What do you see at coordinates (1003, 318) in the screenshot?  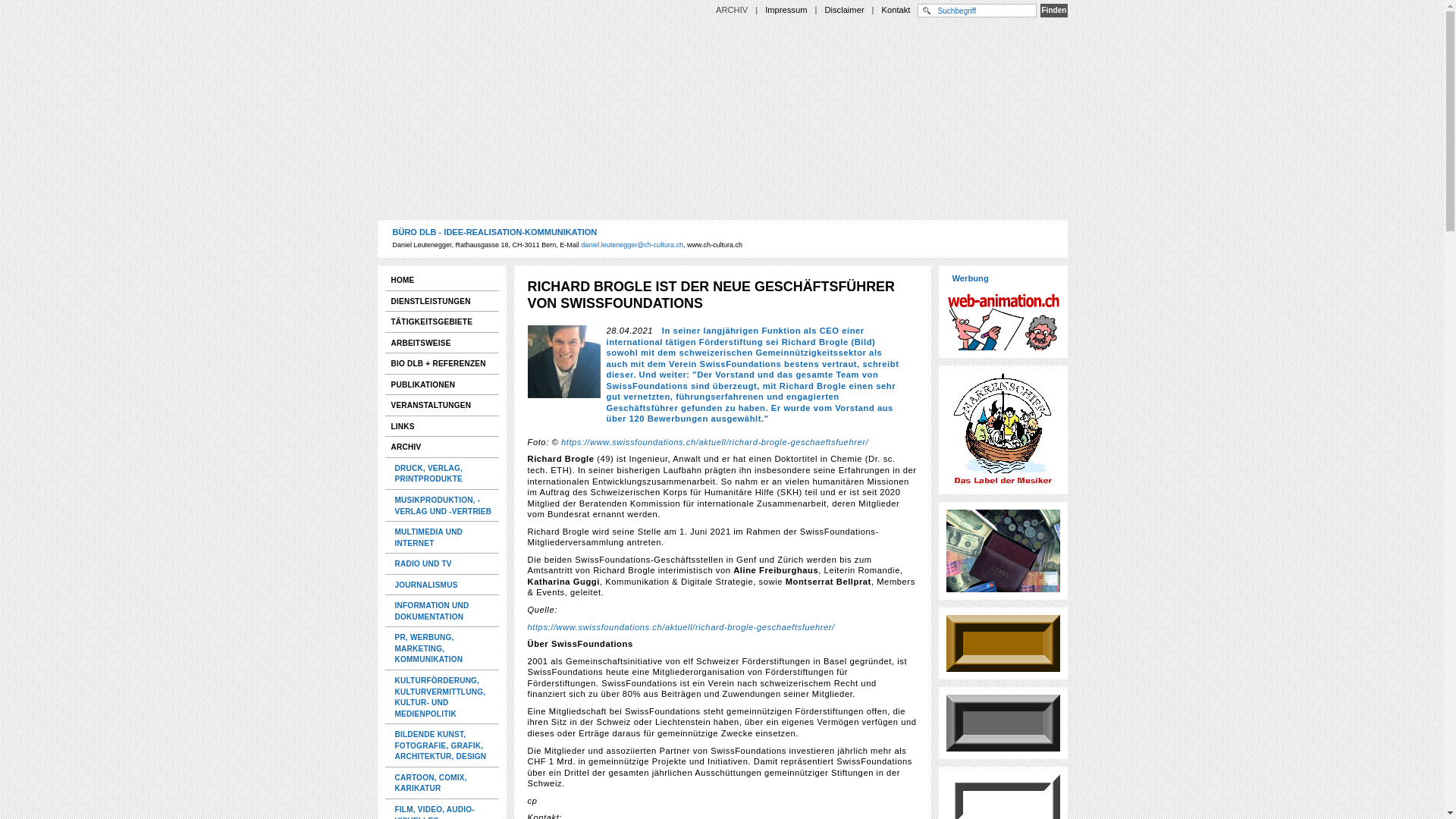 I see `'web-animation.ch'` at bounding box center [1003, 318].